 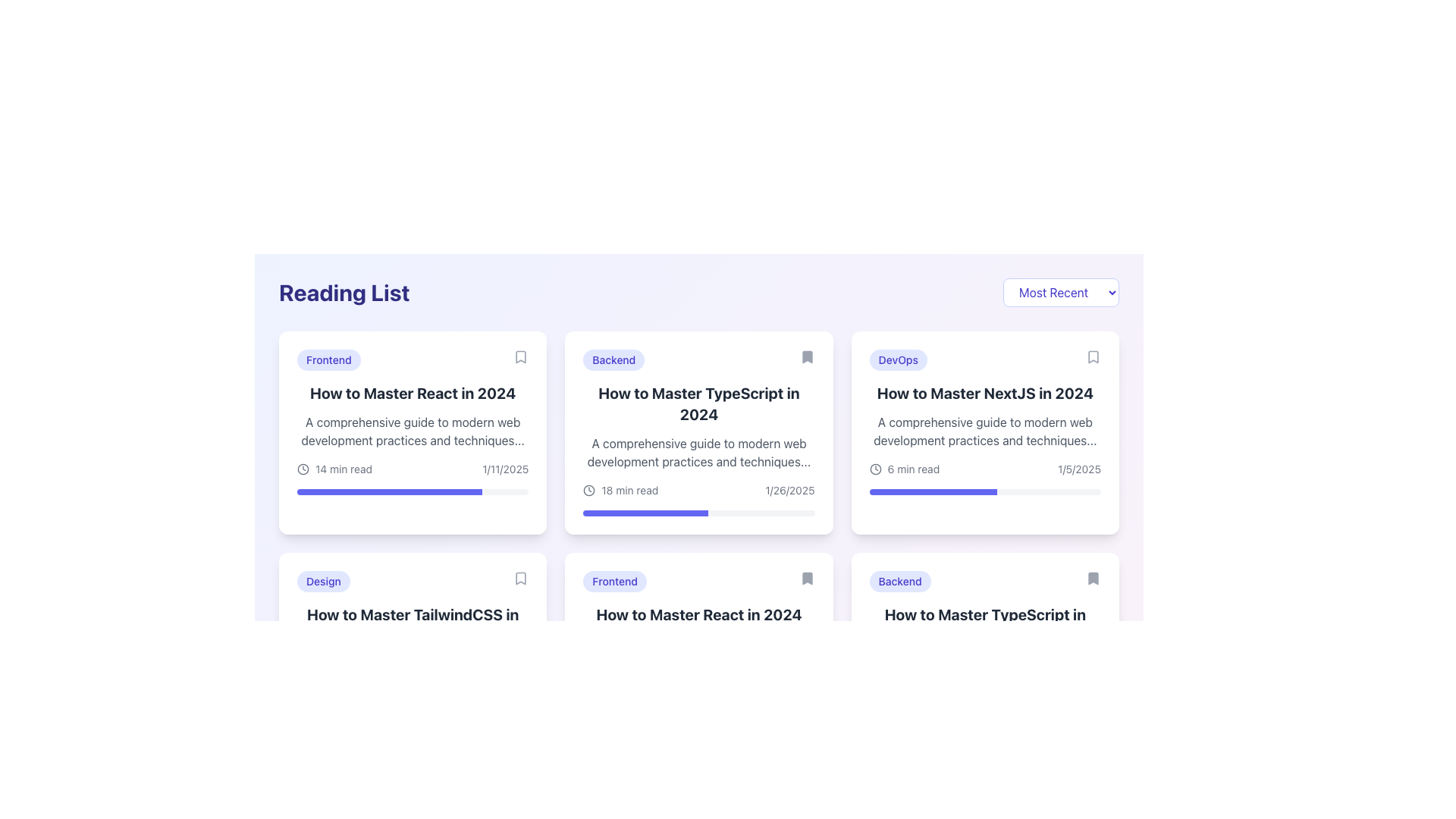 I want to click on the bookmark icon button located at the top-right corner of the card titled 'How to Master TypeScript in 2024' with the 'Backend' tag to change its color, so click(x=1093, y=579).